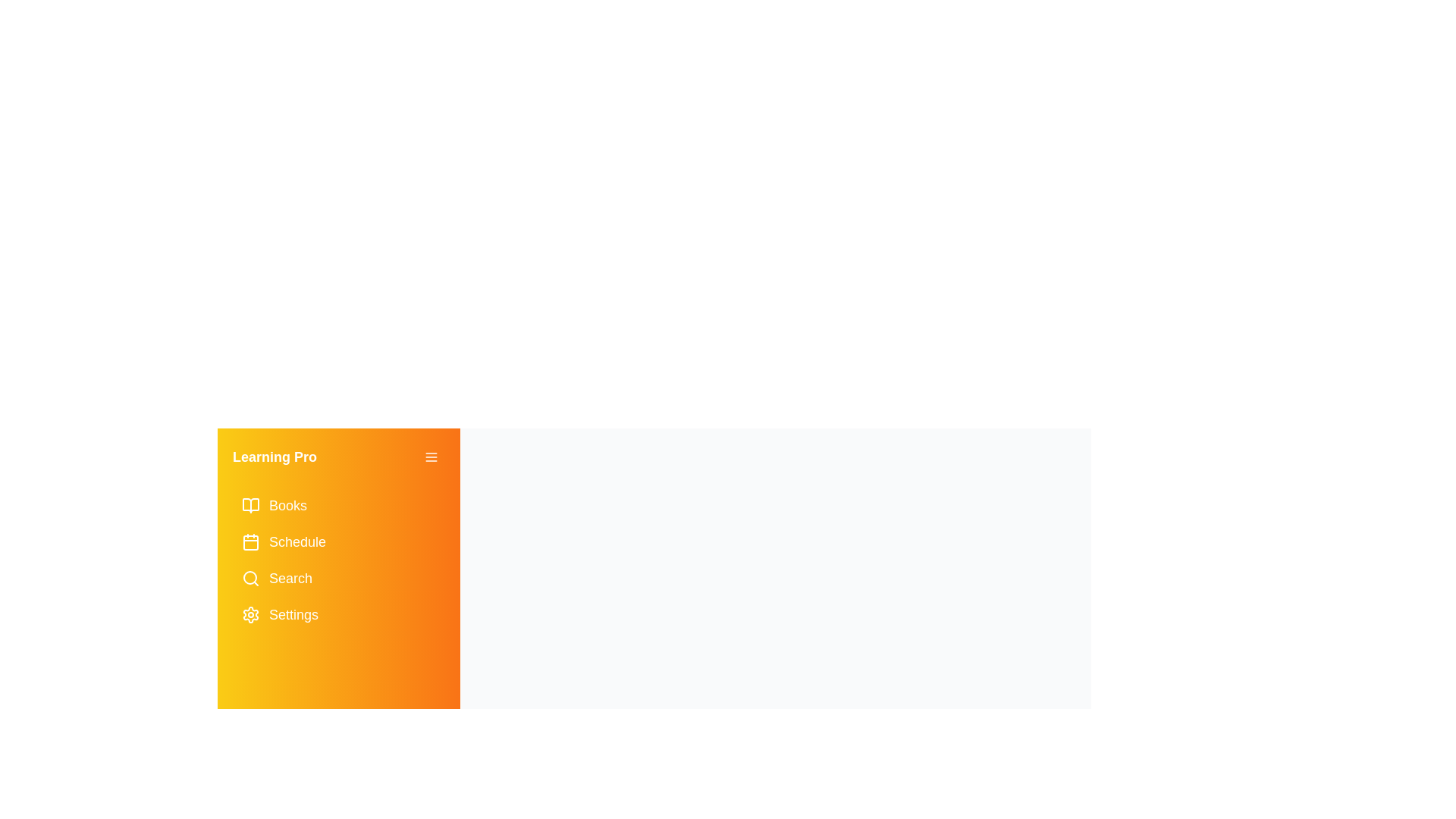 This screenshot has width=1456, height=819. I want to click on the Settings navigation item in the drawer, so click(337, 614).